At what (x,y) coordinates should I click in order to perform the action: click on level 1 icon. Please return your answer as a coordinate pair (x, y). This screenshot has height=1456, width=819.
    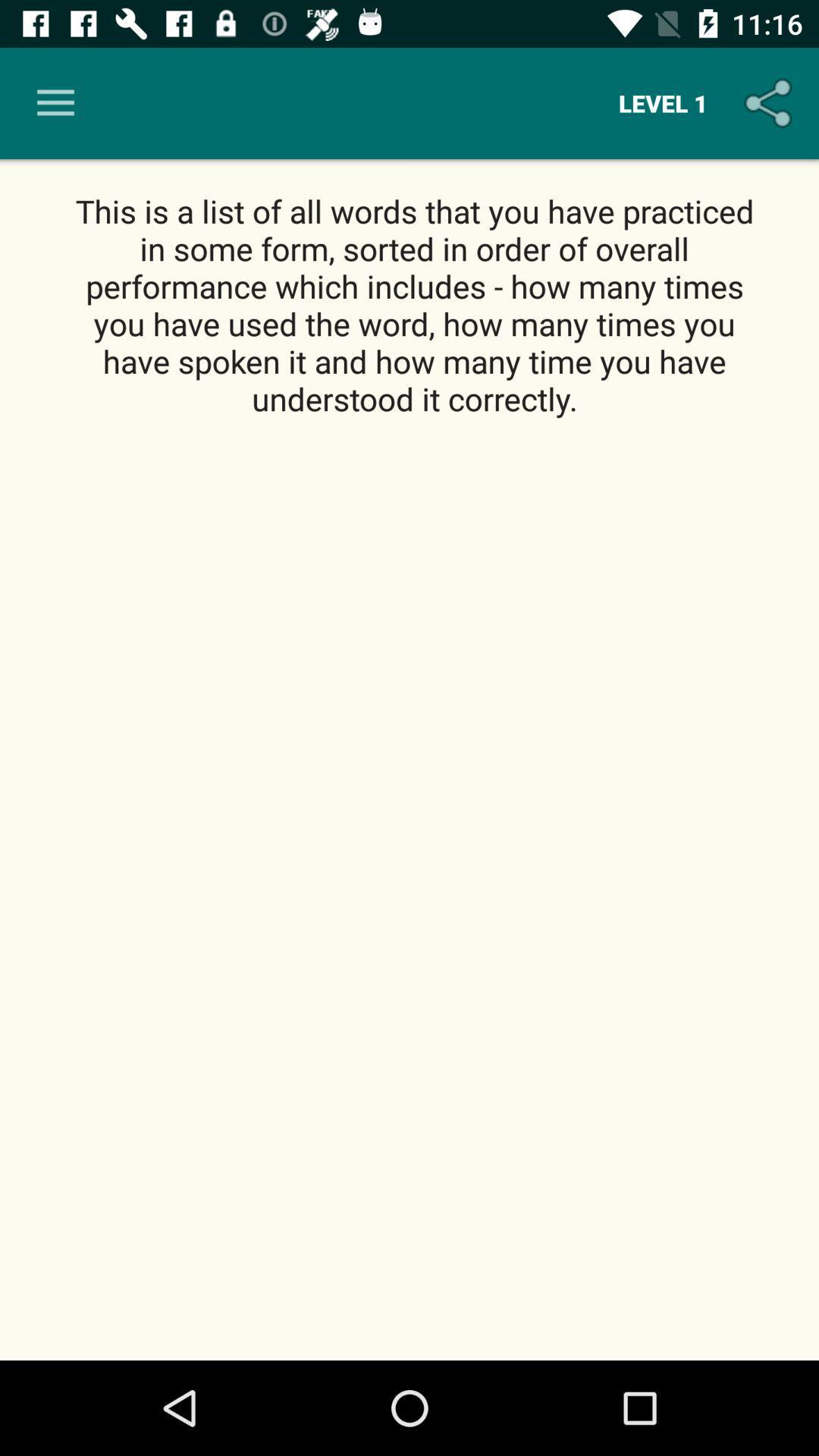
    Looking at the image, I should click on (662, 102).